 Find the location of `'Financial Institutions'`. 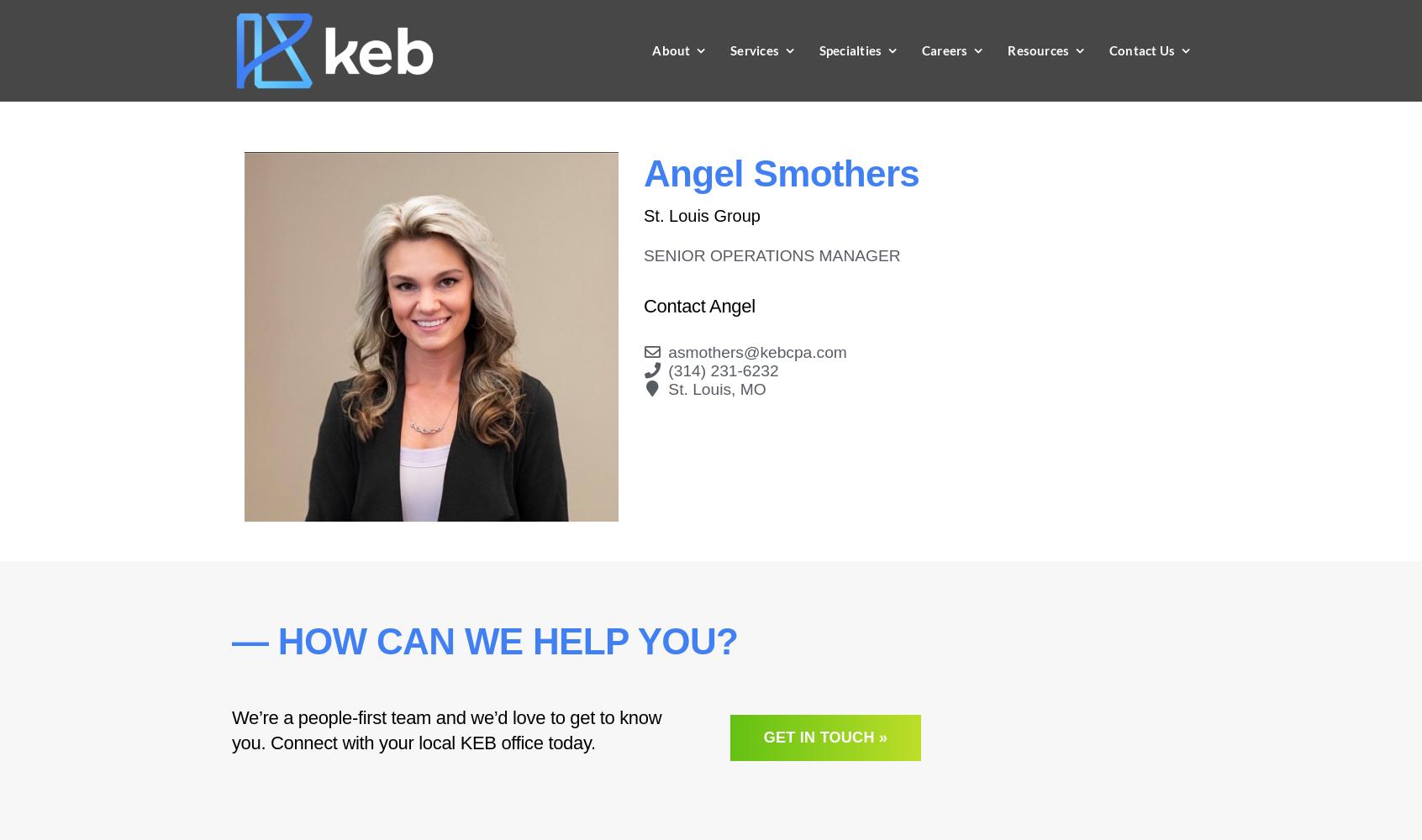

'Financial Institutions' is located at coordinates (835, 446).